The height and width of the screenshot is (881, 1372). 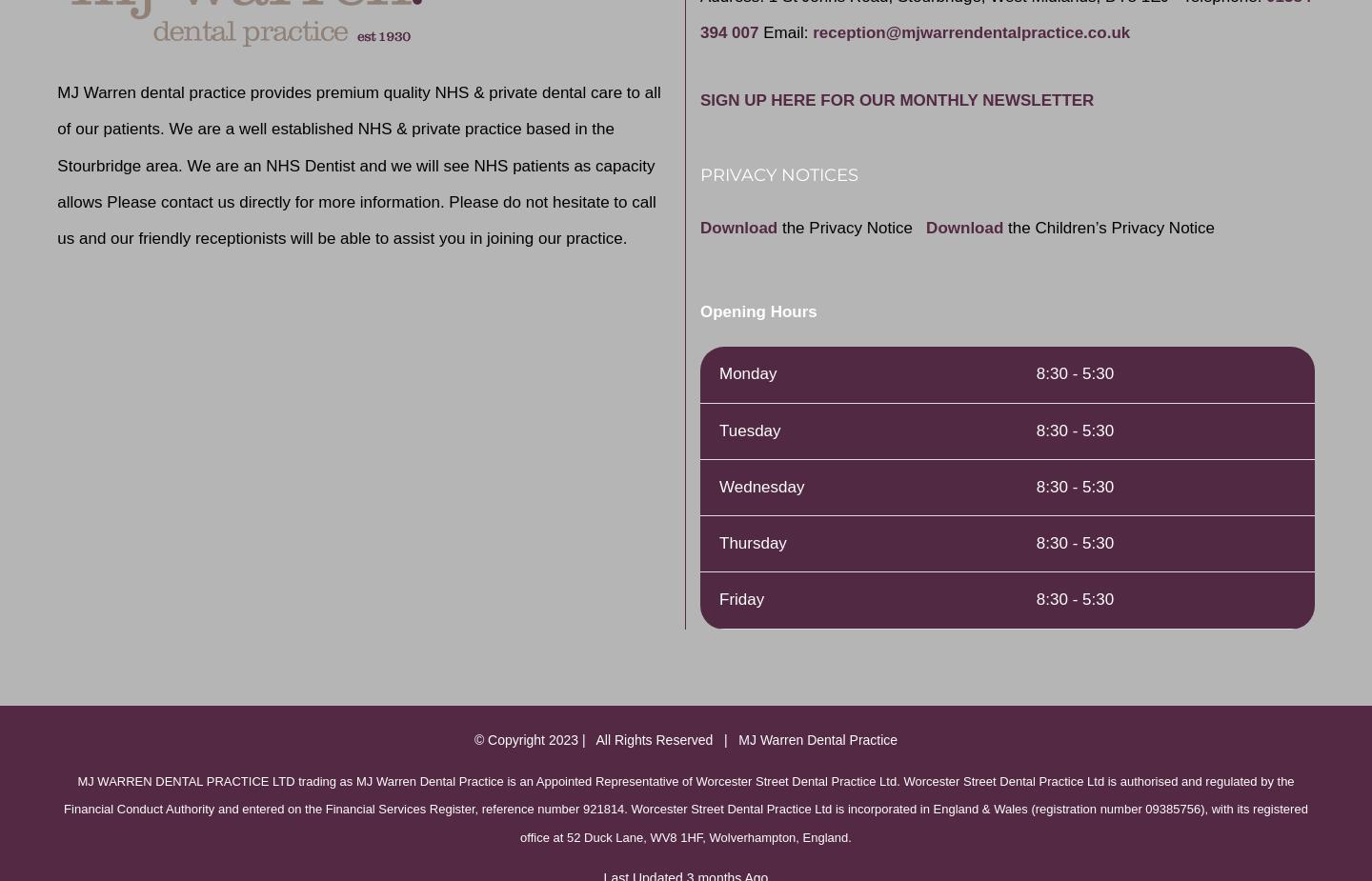 I want to click on 'Opening Hours', so click(x=698, y=310).